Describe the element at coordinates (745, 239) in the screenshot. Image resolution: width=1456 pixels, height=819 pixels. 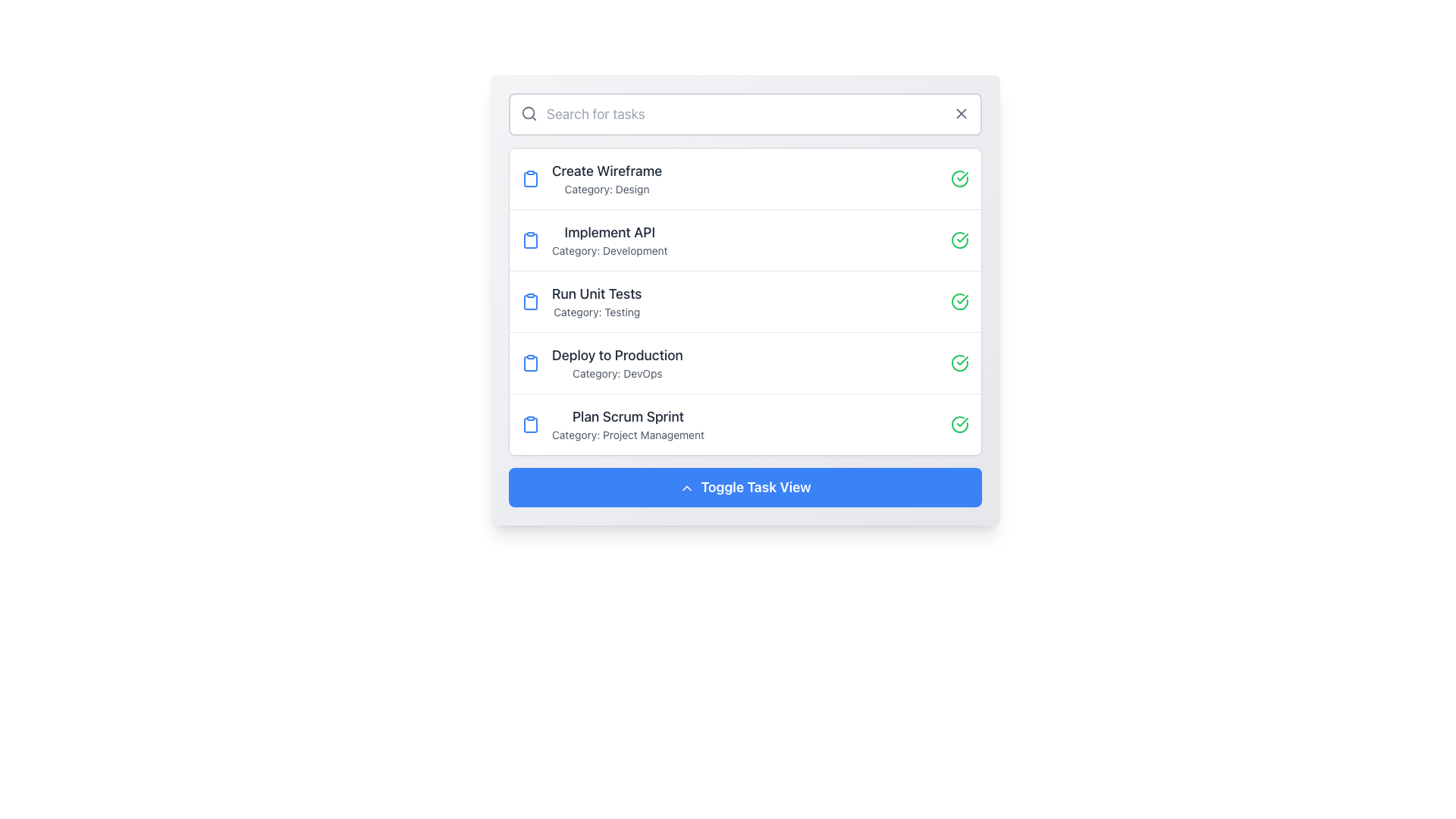
I see `the second task in the list, located below 'Create Wireframe'` at that location.